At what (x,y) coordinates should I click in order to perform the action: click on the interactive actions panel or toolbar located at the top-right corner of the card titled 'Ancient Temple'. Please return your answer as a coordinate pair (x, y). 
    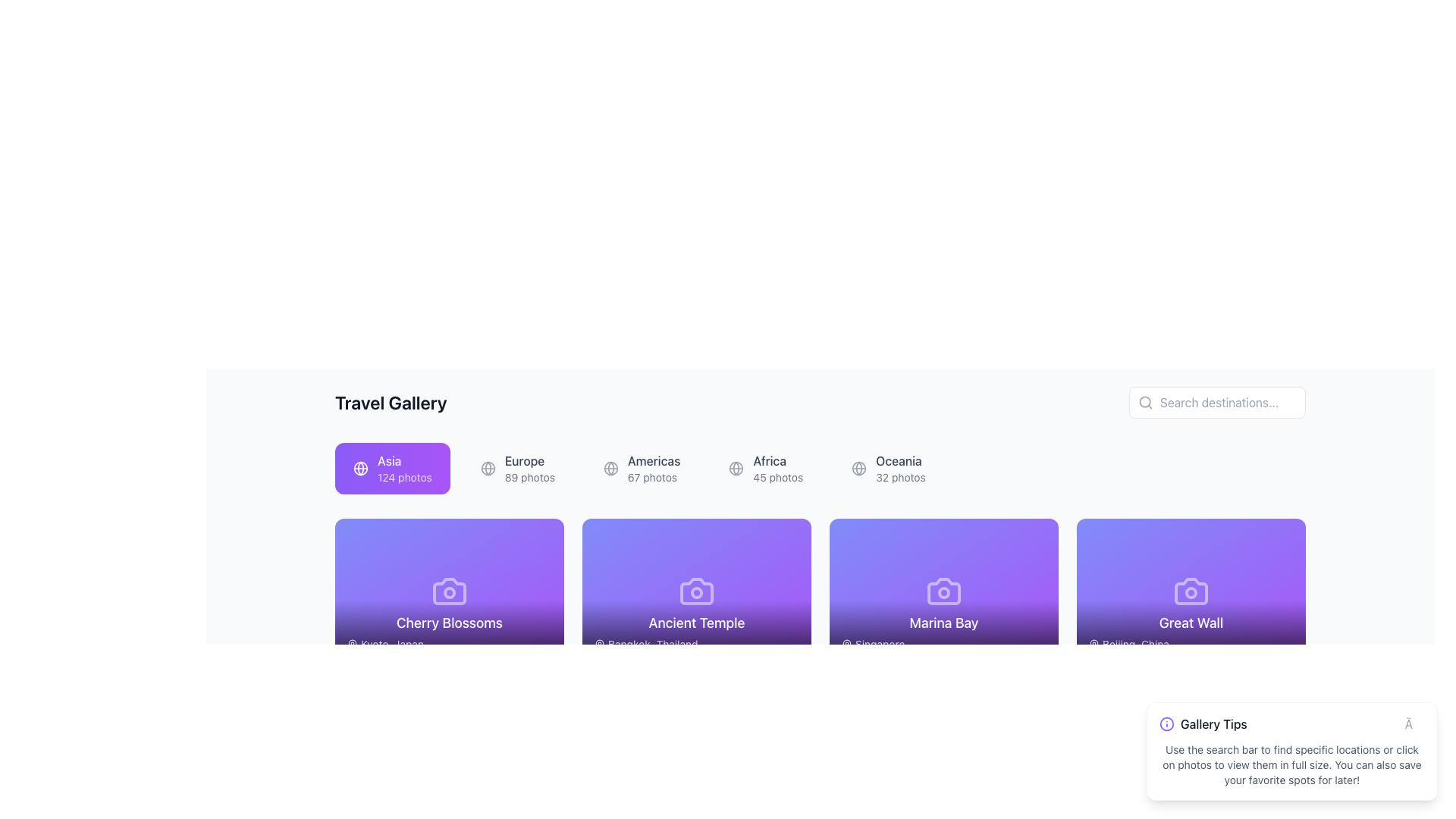
    Looking at the image, I should click on (754, 543).